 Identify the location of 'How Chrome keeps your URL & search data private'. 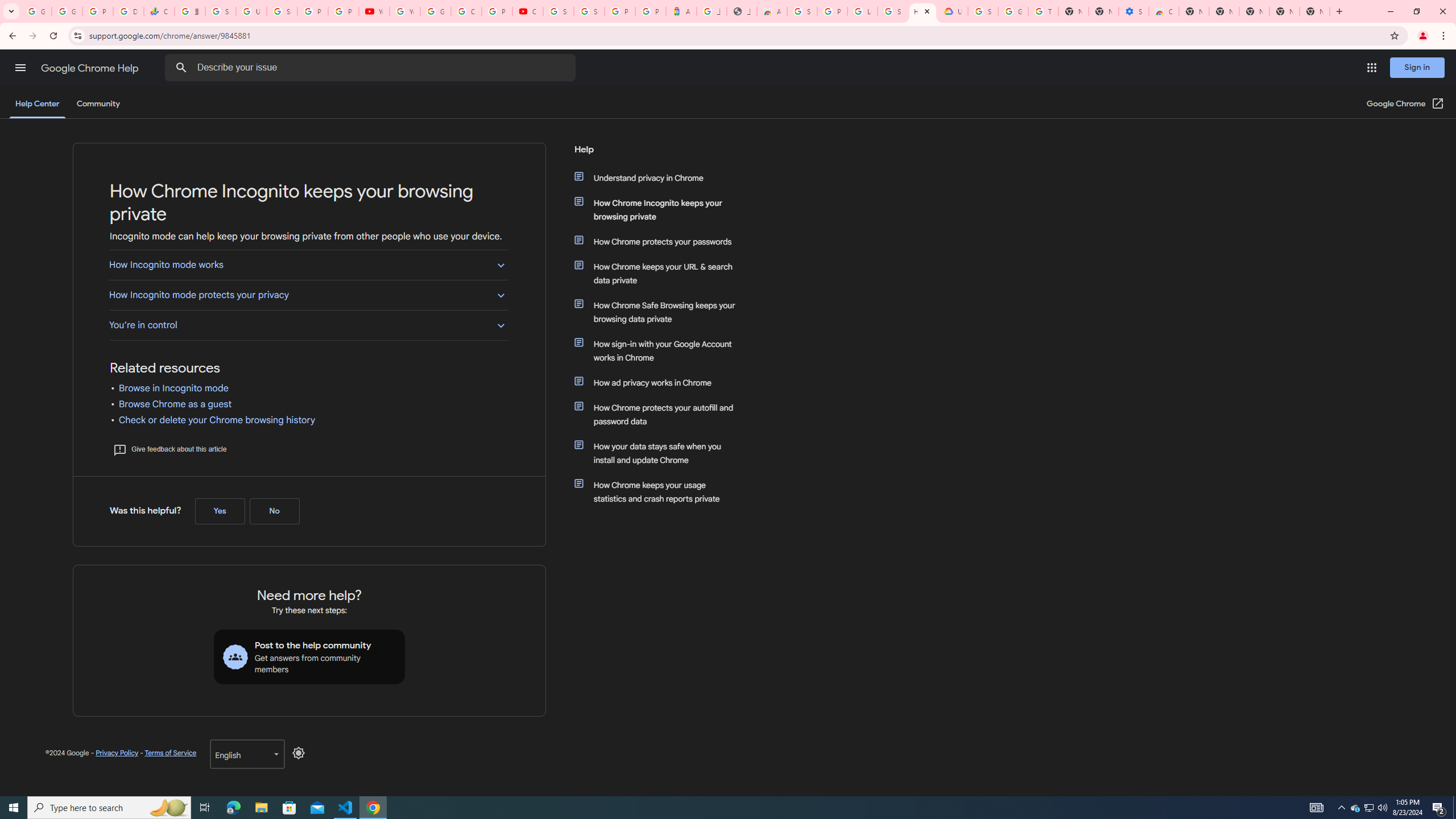
(661, 272).